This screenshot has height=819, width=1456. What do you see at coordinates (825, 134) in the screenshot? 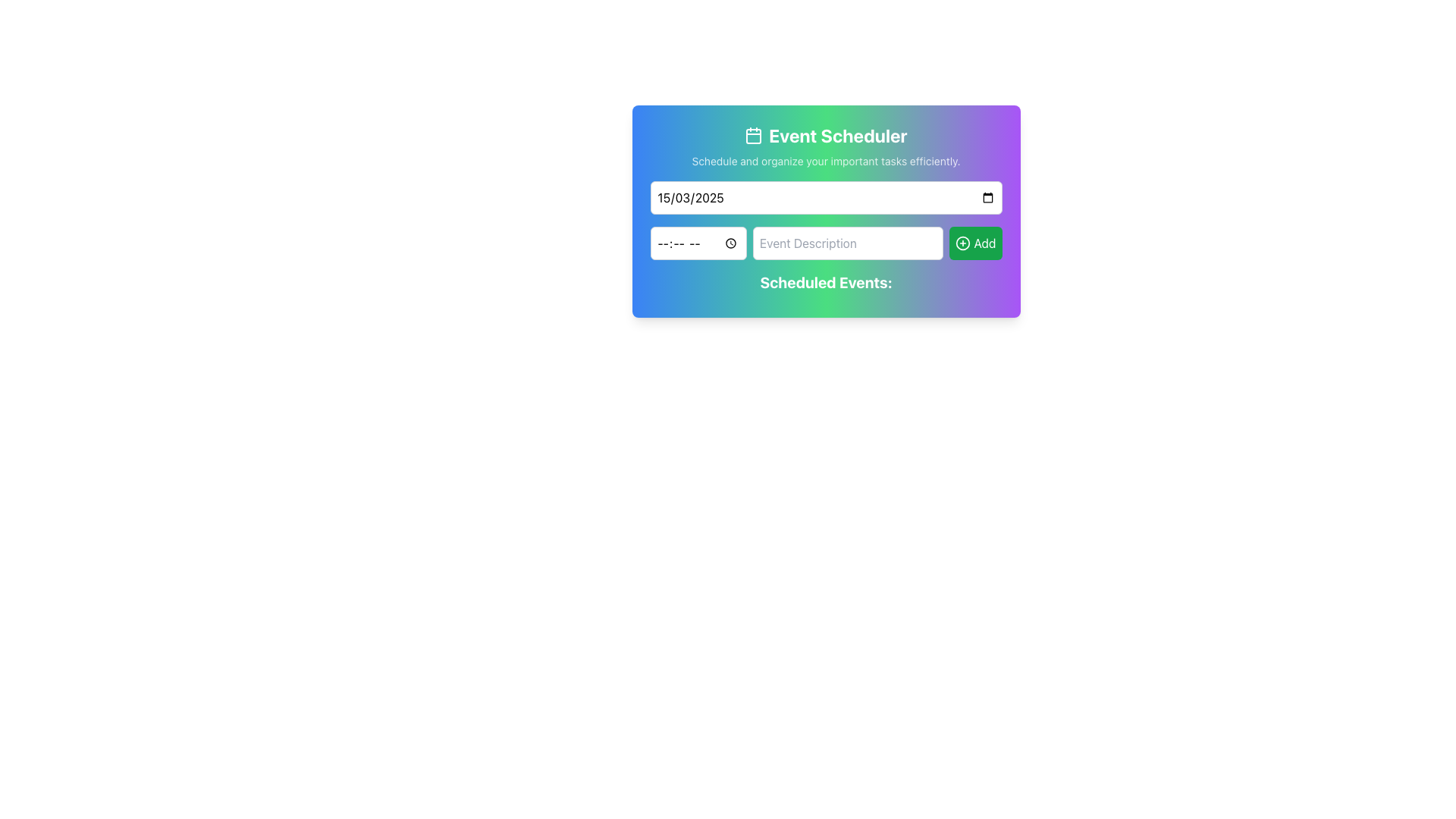
I see `bold, center-aligned text labeled 'Event Scheduler' with a calendar icon on its left, positioned at the top-center of the card interface` at bounding box center [825, 134].